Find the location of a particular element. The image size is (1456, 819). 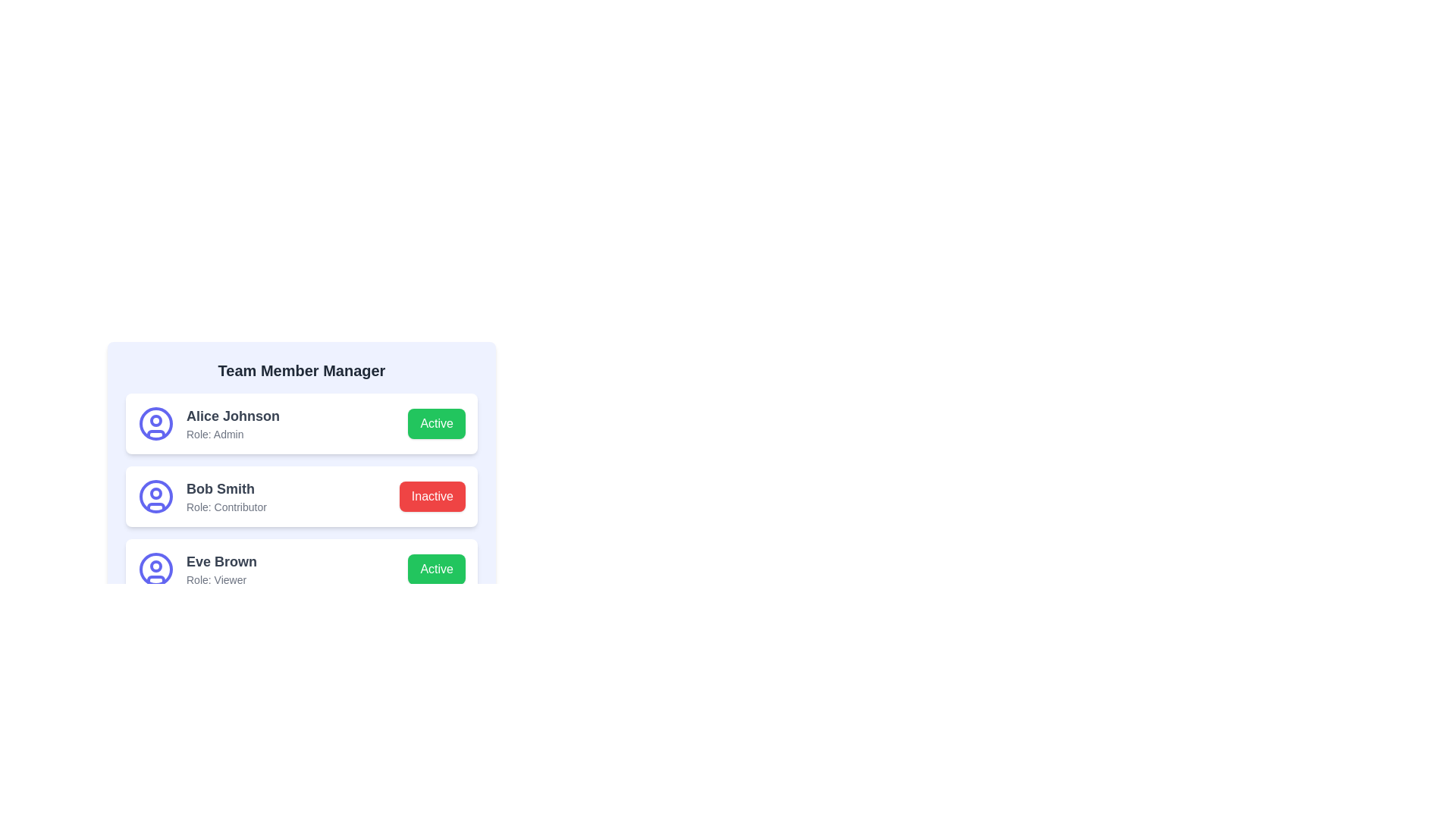

the red button labeled 'Inactive' is located at coordinates (431, 497).